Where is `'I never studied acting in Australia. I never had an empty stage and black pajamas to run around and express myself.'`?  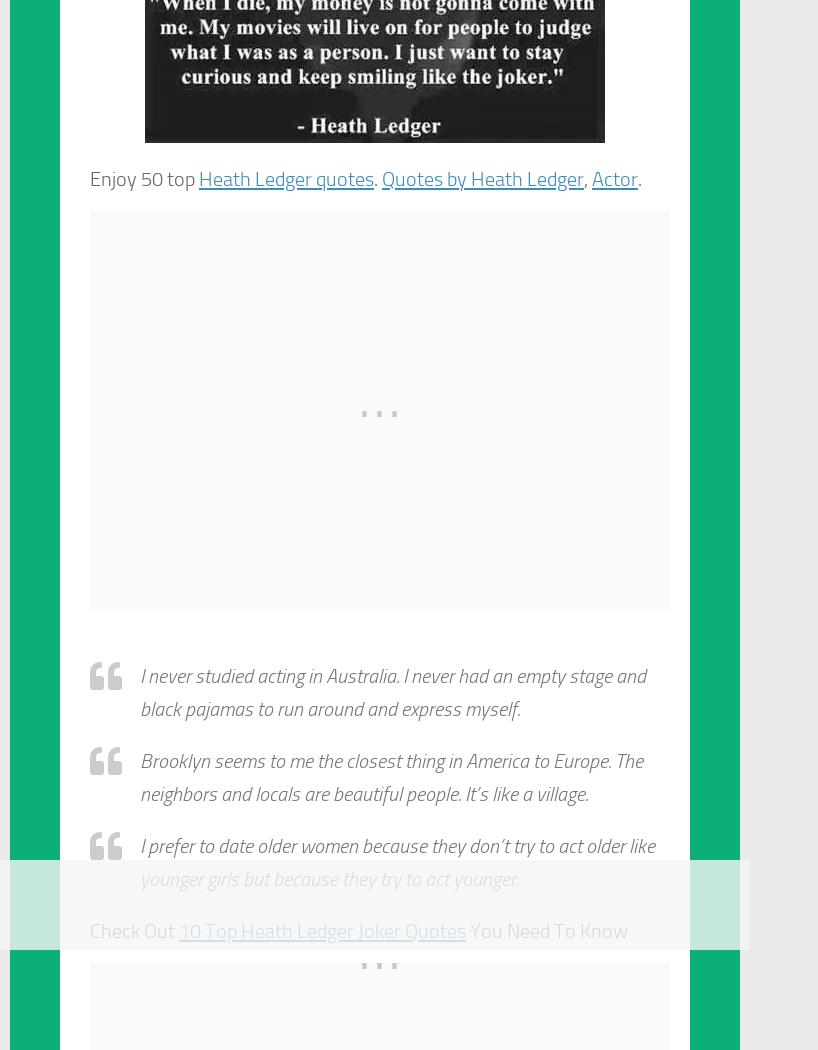 'I never studied acting in Australia. I never had an empty stage and black pajamas to run around and express myself.' is located at coordinates (138, 691).